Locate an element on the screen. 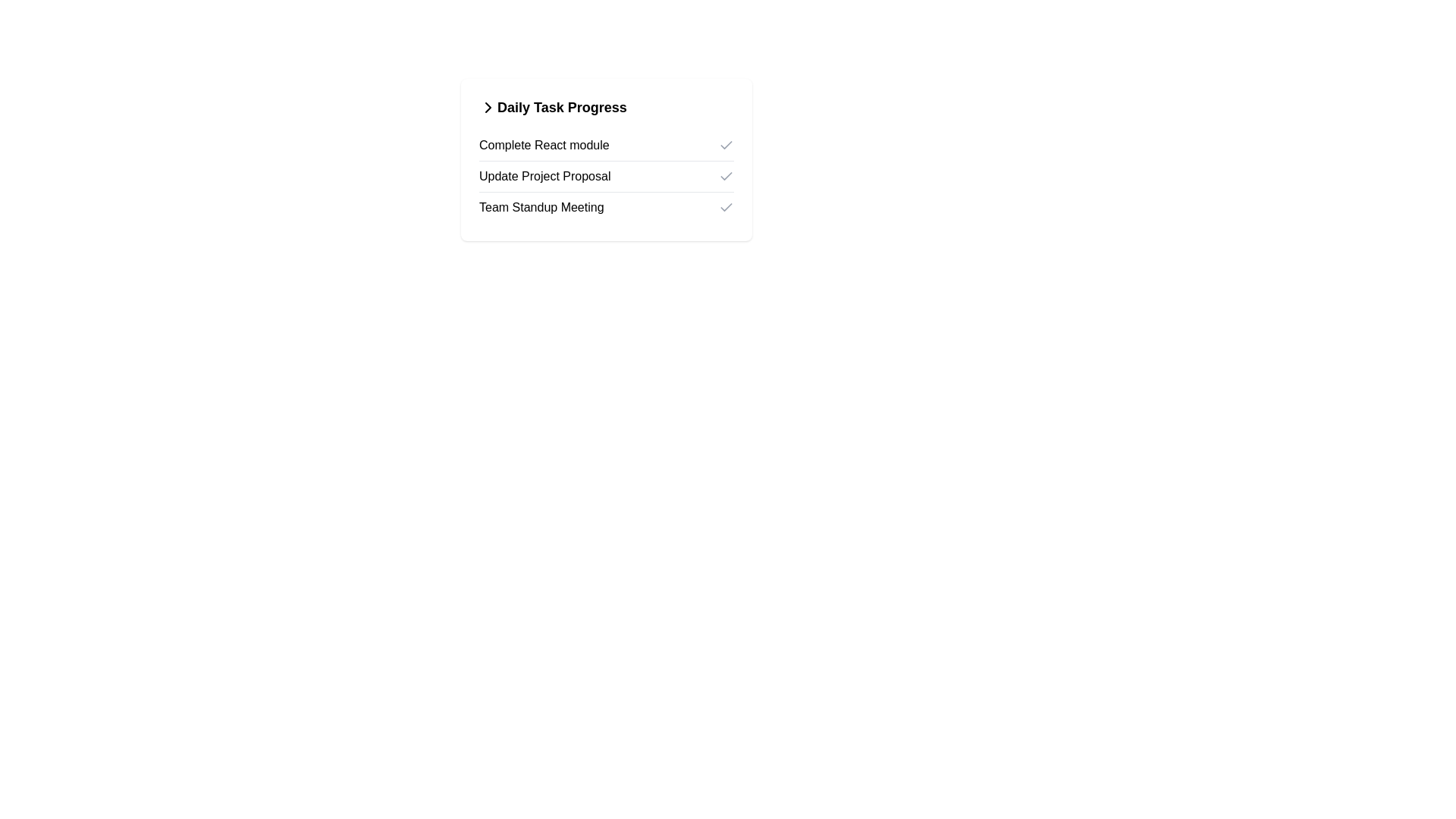 The height and width of the screenshot is (819, 1456). checkmark icon, which indicates completion, located to the right of the text 'Complete React module' in the task list, using development tools is located at coordinates (726, 145).